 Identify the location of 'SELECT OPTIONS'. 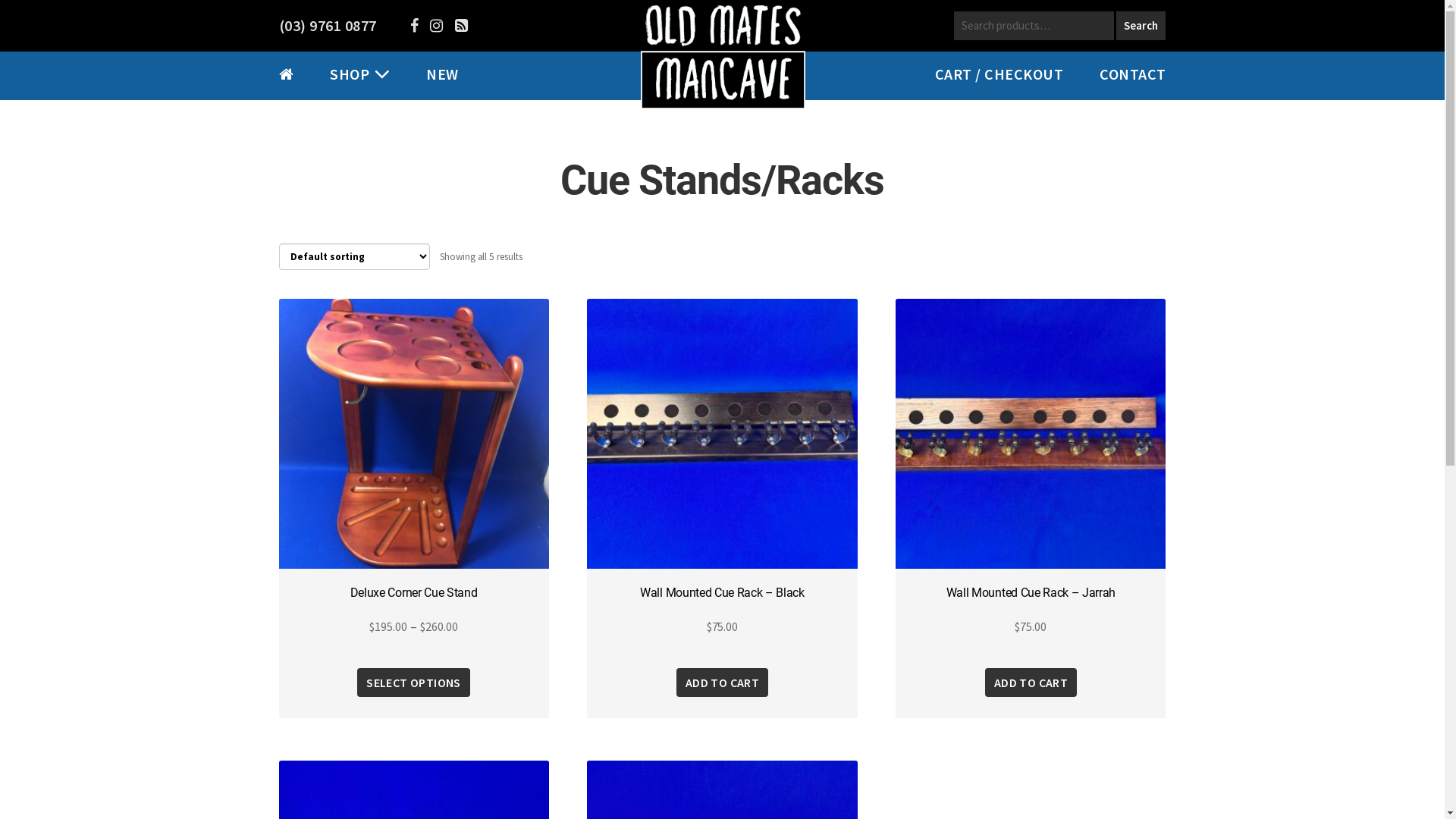
(413, 681).